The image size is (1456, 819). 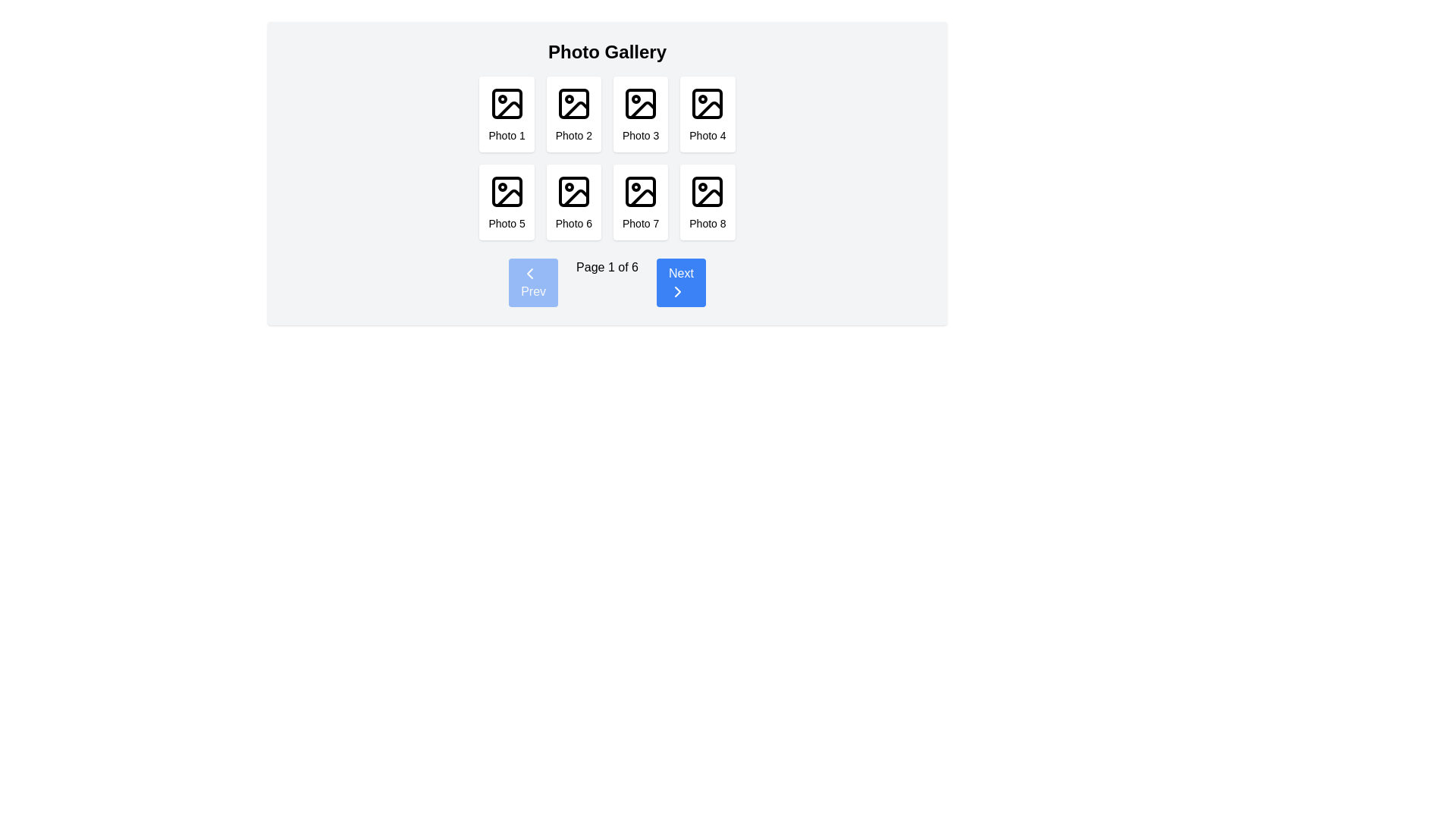 I want to click on the first Card element in the 'Photo Gallery' grid layout, which contains an icon and a label, as part of multiple selections, so click(x=506, y=113).